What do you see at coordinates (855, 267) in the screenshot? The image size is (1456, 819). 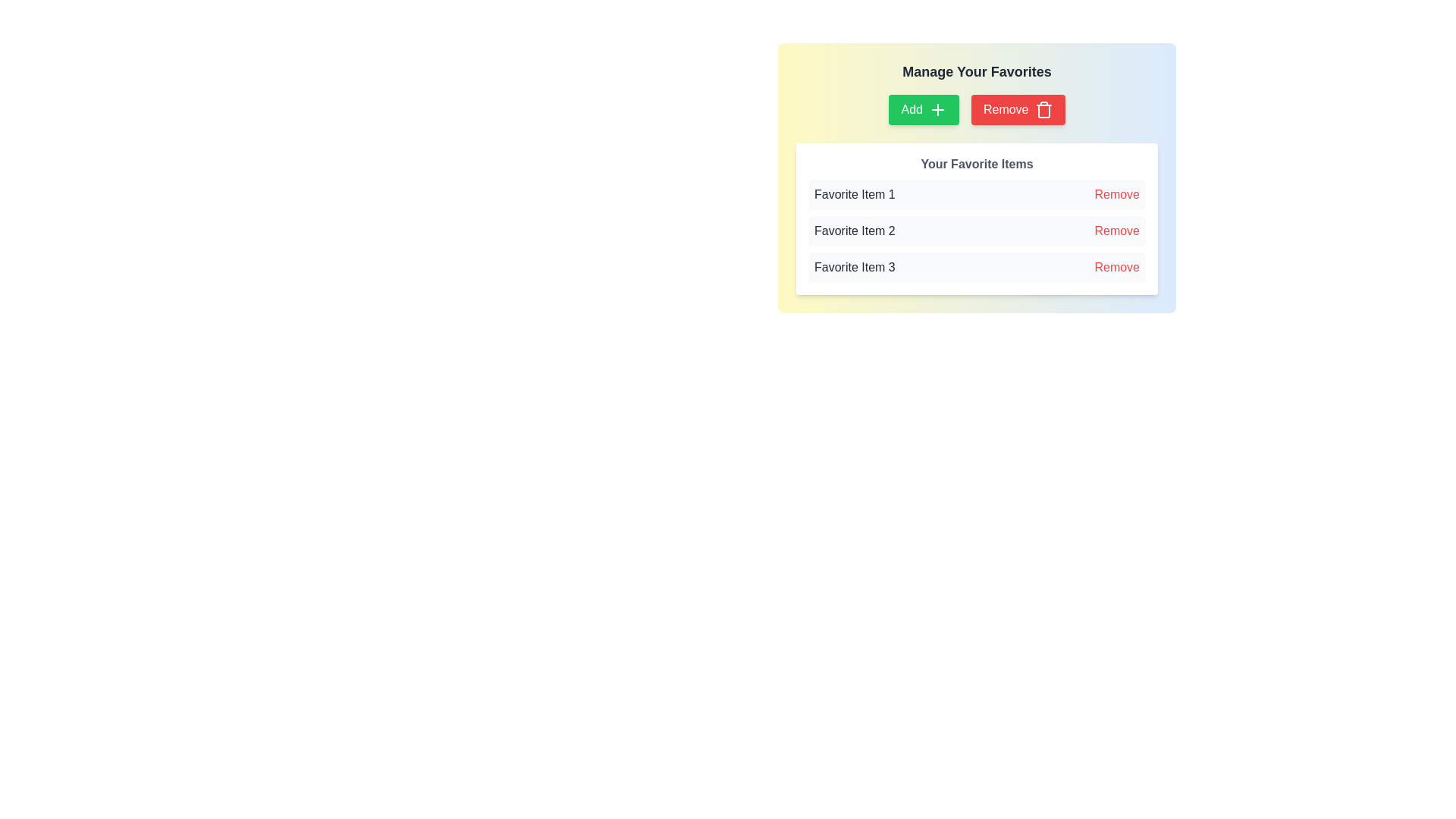 I see `the static text label that displays the title of an item in the favorites list, located in the third row under 'Your Favorite Items'` at bounding box center [855, 267].